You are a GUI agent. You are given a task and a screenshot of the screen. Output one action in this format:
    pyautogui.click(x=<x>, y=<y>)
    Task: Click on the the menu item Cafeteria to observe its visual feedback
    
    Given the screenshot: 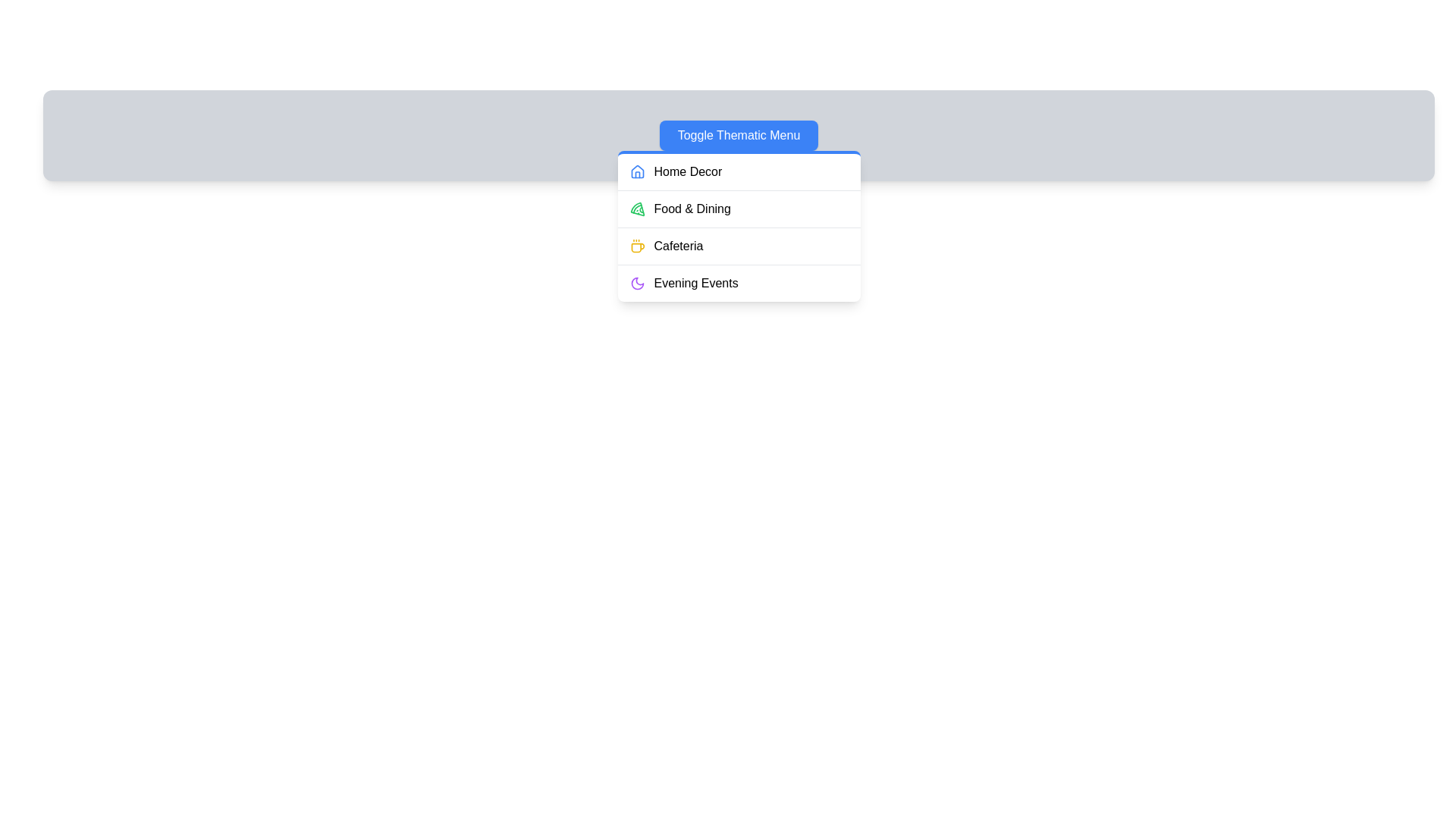 What is the action you would take?
    pyautogui.click(x=739, y=245)
    